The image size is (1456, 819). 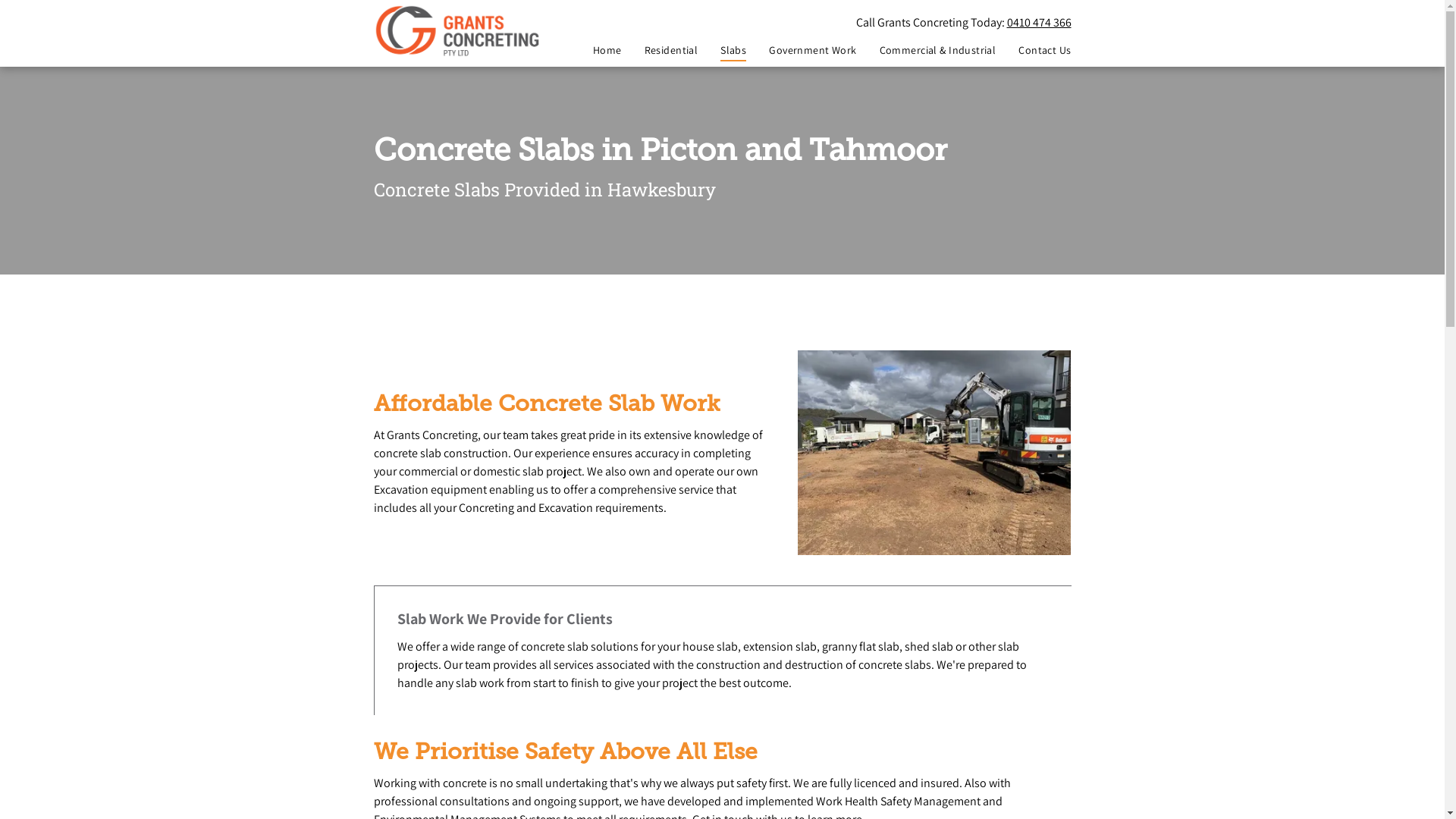 I want to click on 'Residential', so click(x=622, y=49).